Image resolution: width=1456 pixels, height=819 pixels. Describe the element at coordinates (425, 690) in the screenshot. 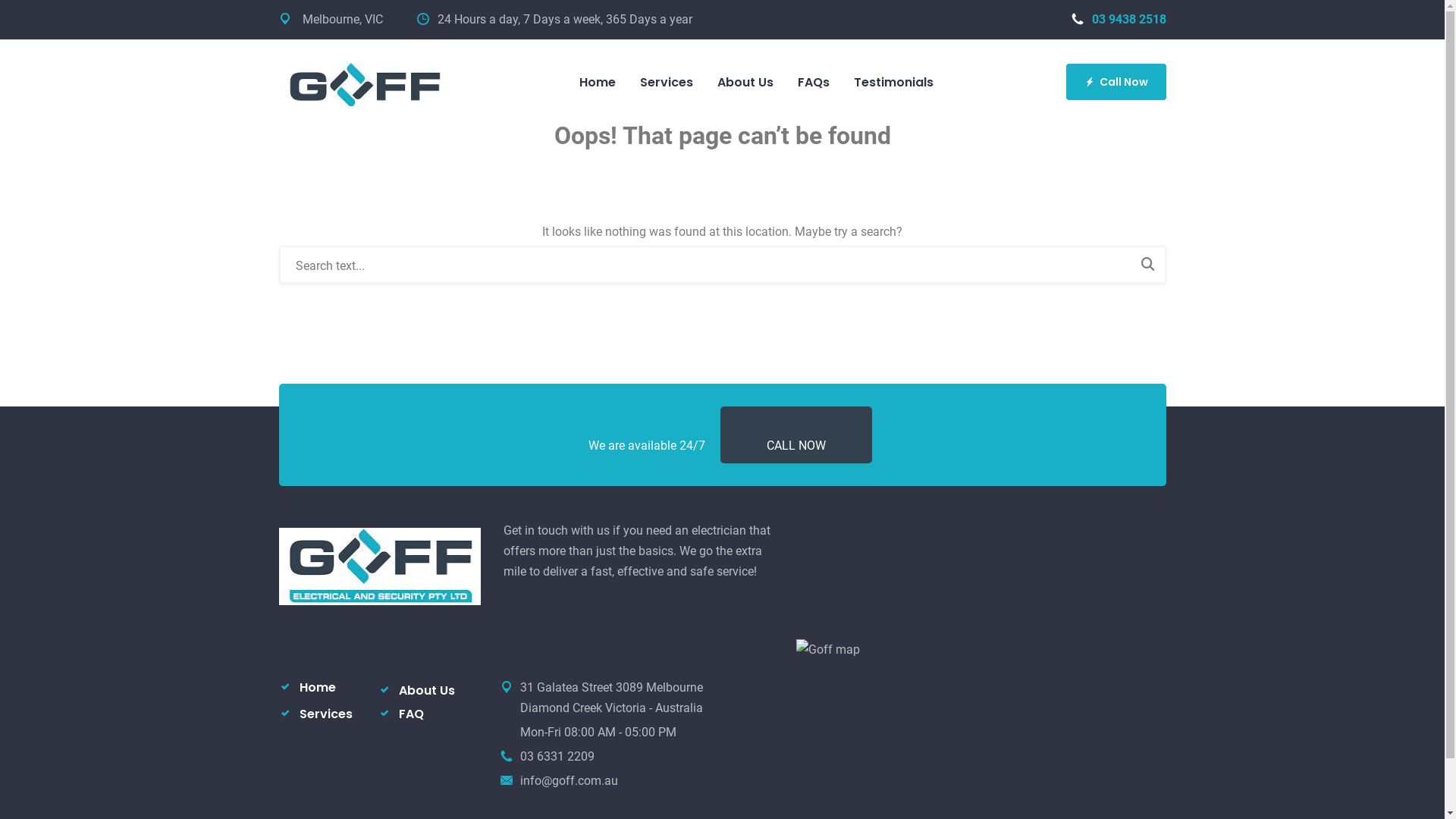

I see `'About Us'` at that location.